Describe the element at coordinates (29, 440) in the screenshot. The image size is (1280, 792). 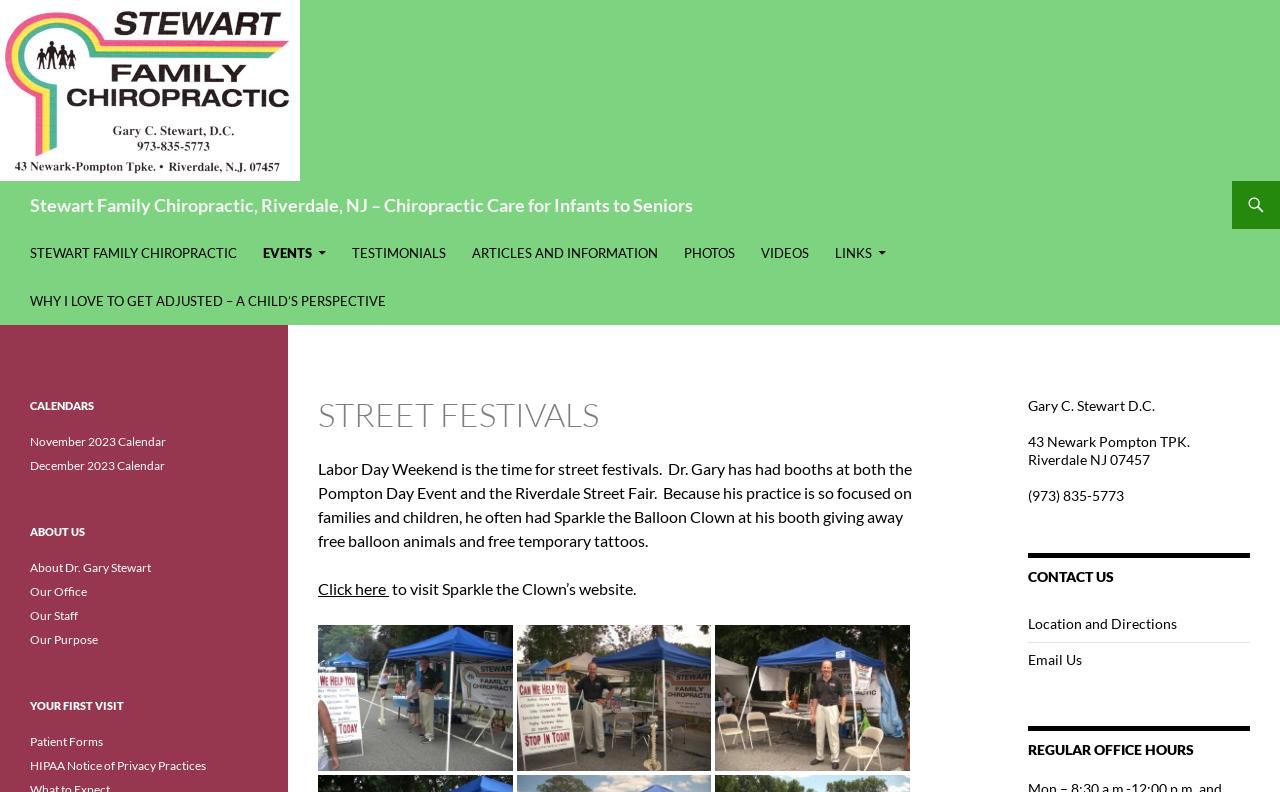
I see `'November 2023 Calendar'` at that location.